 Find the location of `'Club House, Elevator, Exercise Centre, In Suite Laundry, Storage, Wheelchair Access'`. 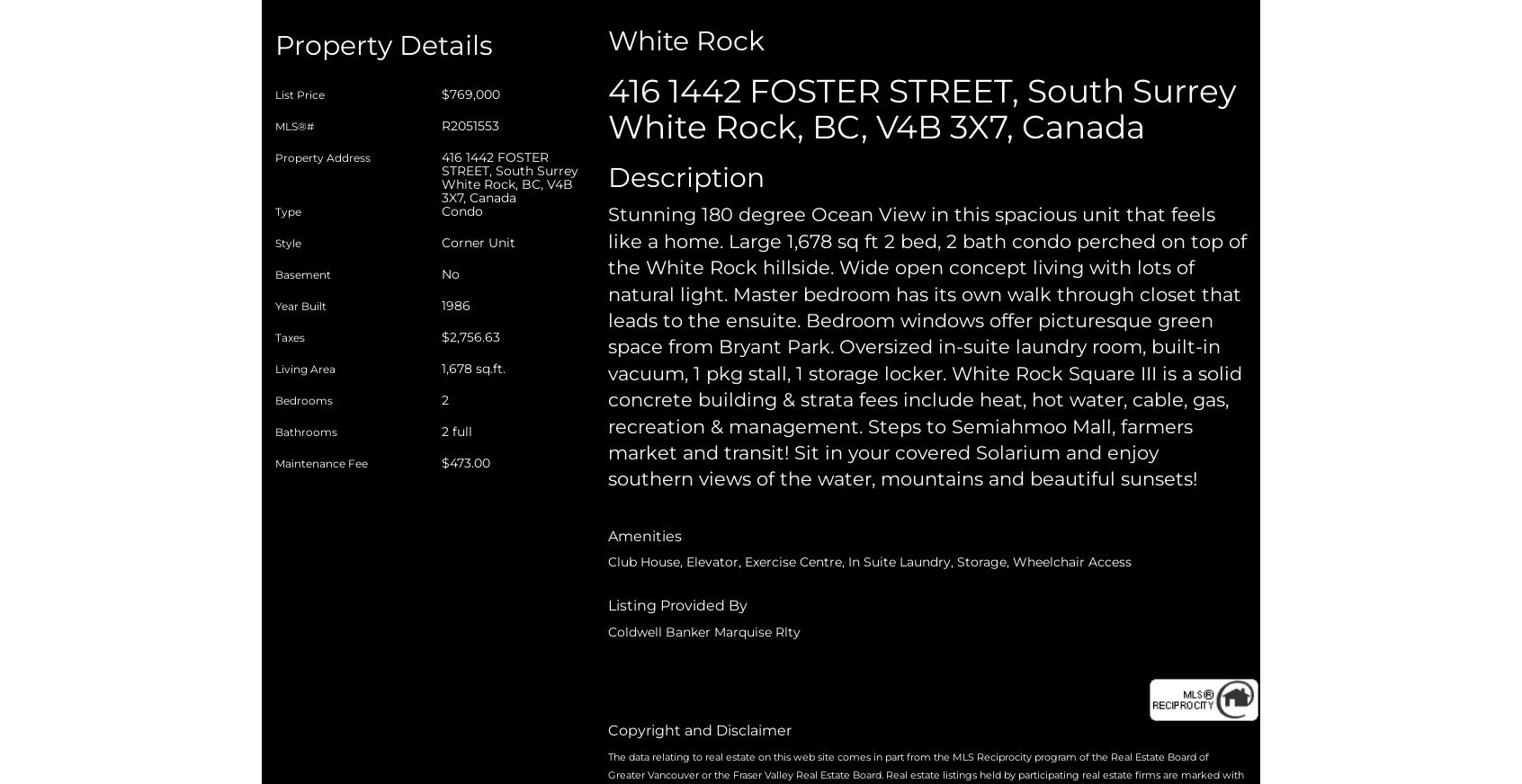

'Club House, Elevator, Exercise Centre, In Suite Laundry, Storage, Wheelchair Access' is located at coordinates (869, 561).